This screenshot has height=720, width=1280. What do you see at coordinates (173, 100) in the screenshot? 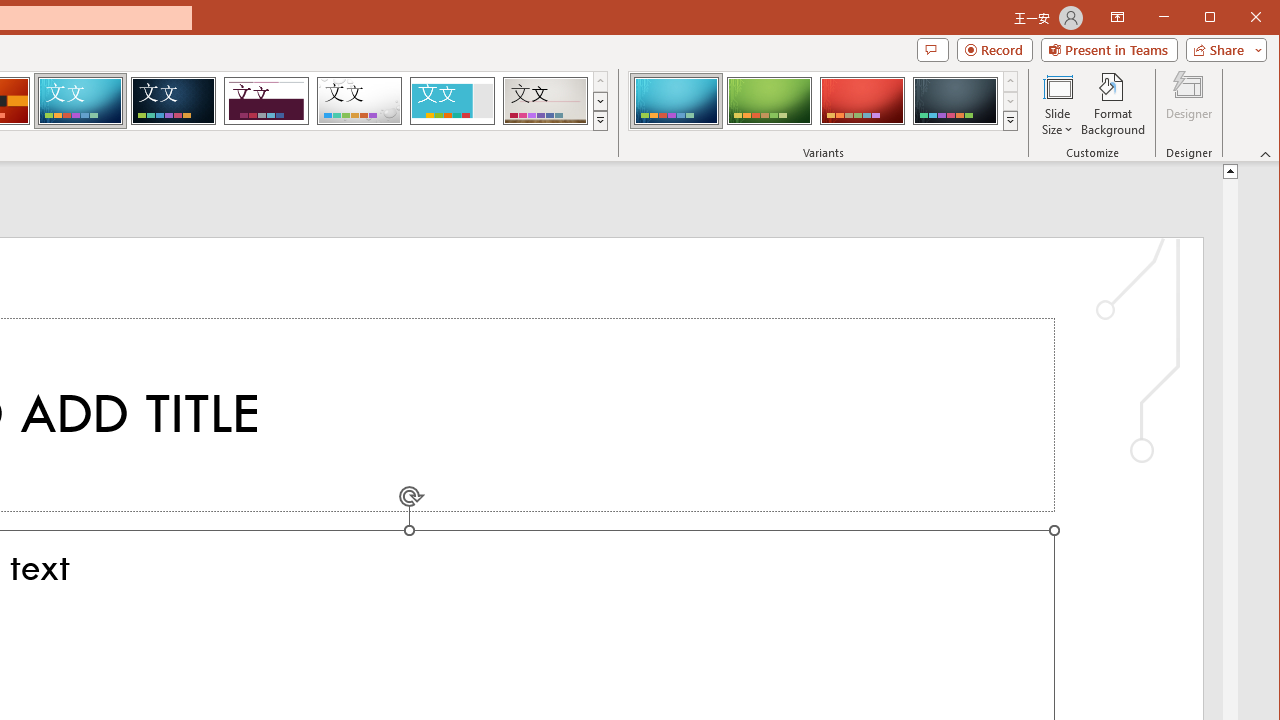
I see `'Damask'` at bounding box center [173, 100].